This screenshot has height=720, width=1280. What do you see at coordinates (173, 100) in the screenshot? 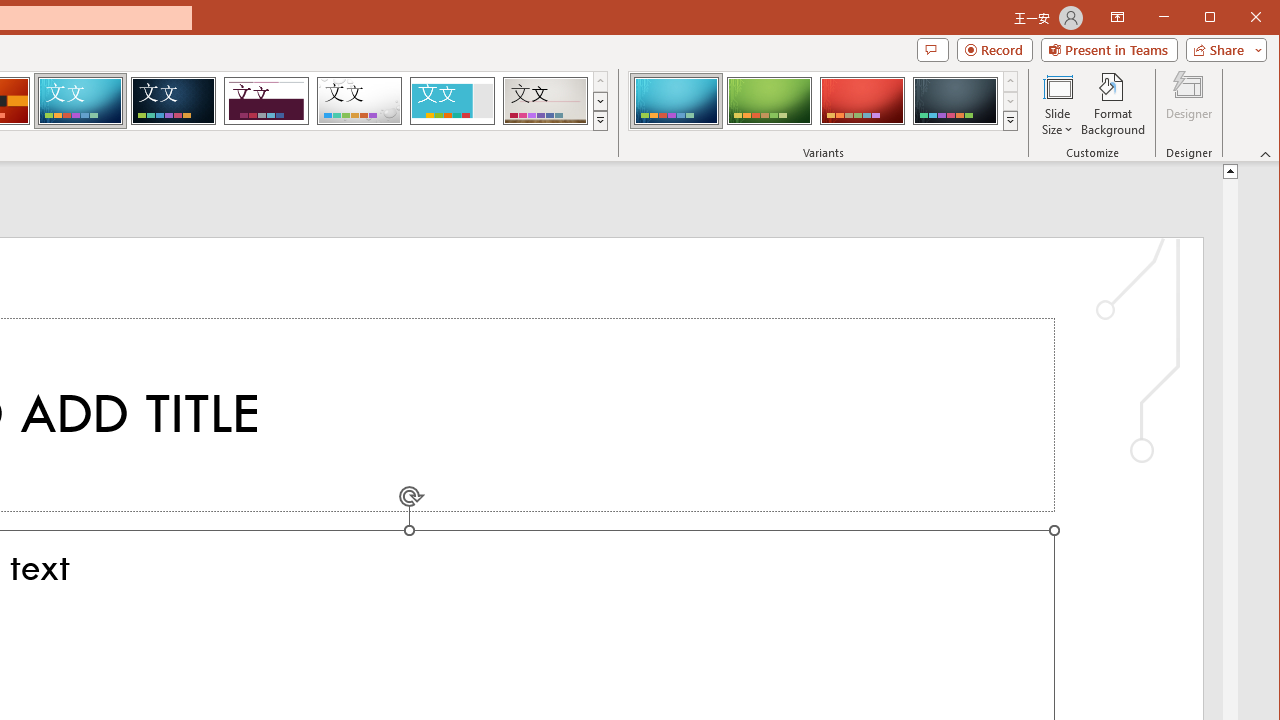
I see `'Damask'` at bounding box center [173, 100].